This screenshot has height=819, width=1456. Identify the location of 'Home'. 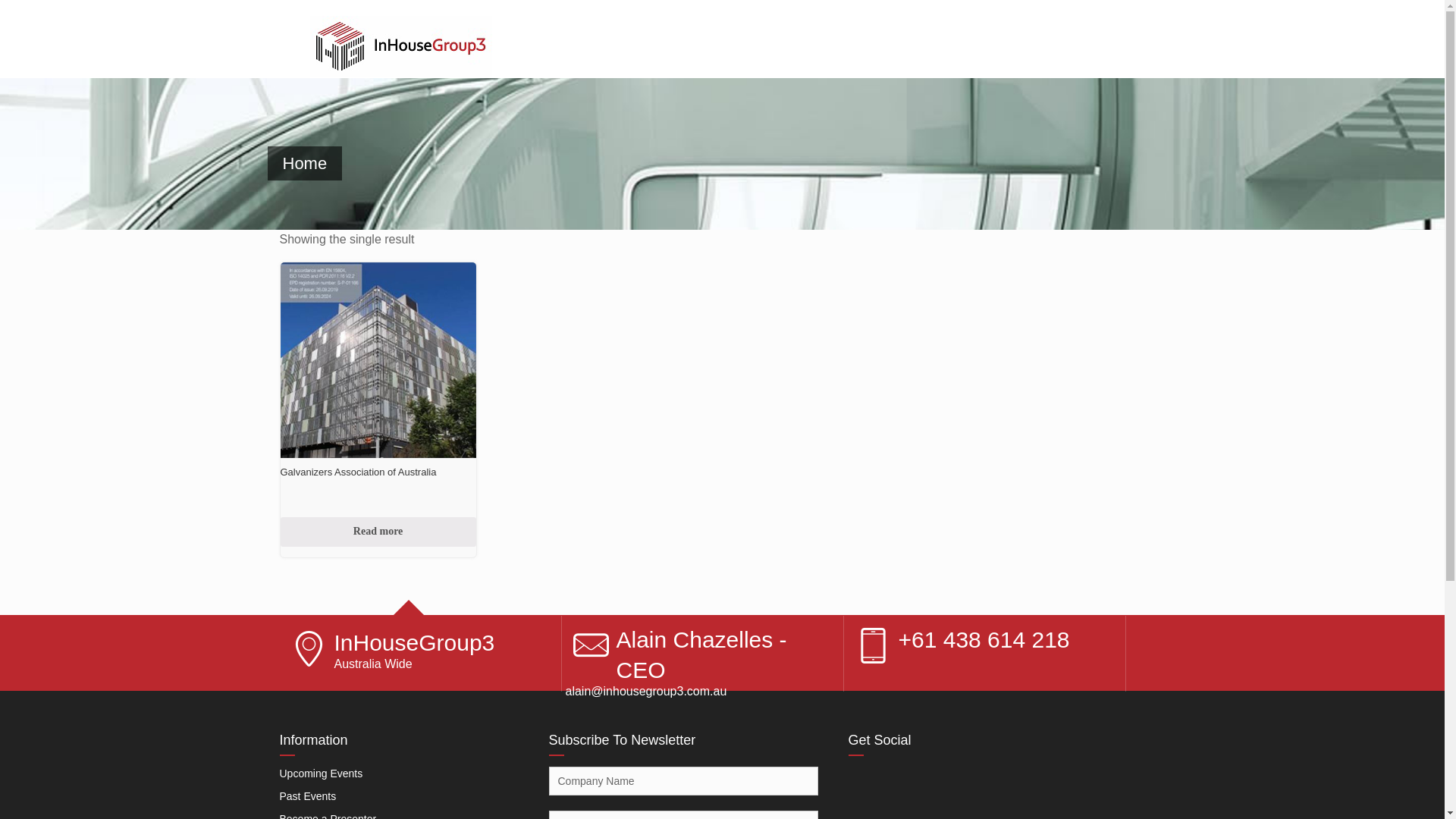
(266, 163).